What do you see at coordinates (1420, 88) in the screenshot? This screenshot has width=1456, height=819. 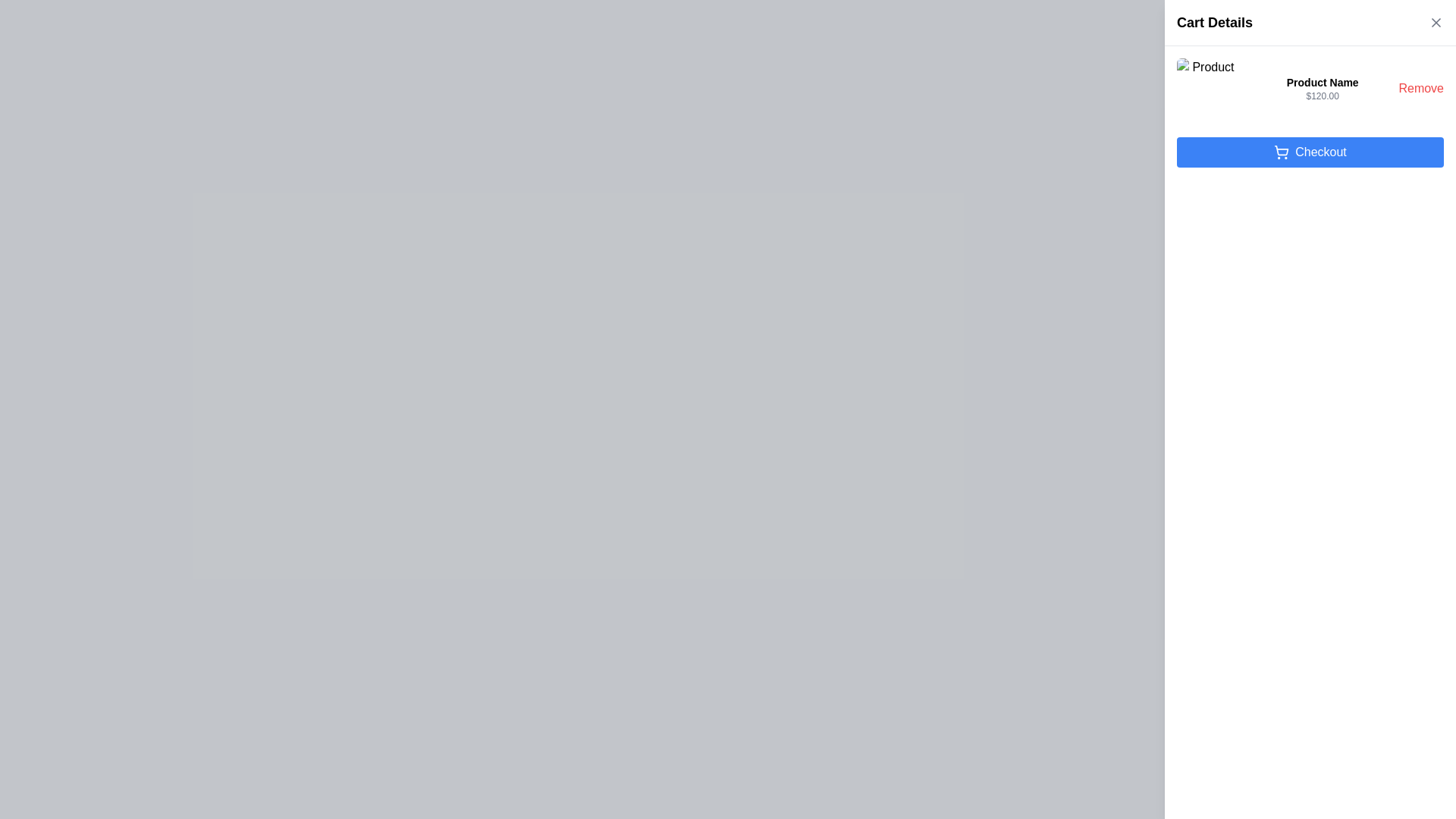 I see `the deletion button located at the far right of the product row` at bounding box center [1420, 88].